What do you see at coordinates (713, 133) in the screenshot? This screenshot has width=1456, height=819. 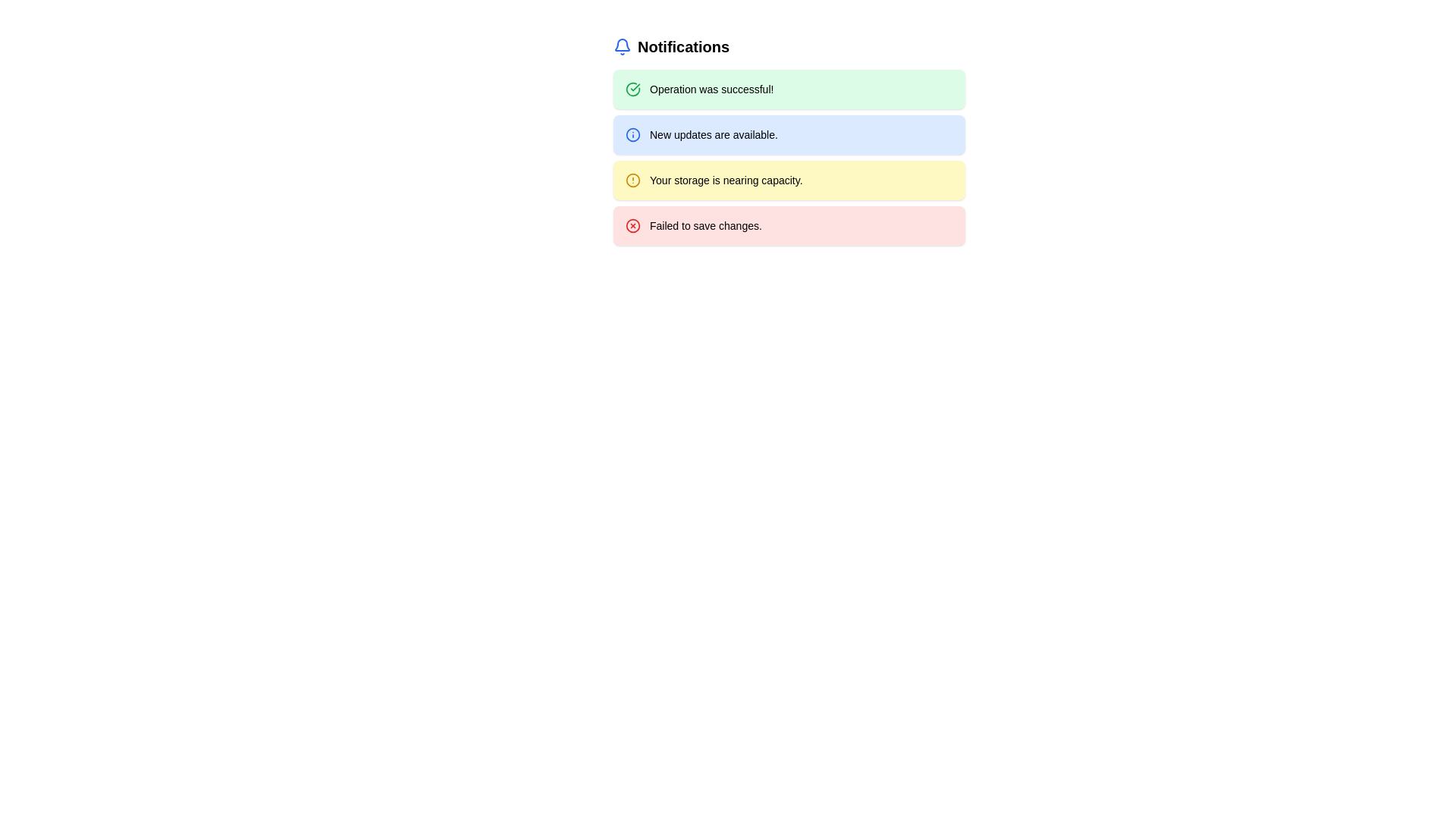 I see `the text element displaying 'New updates are available.' which is located in the second notification card, right of an info icon` at bounding box center [713, 133].